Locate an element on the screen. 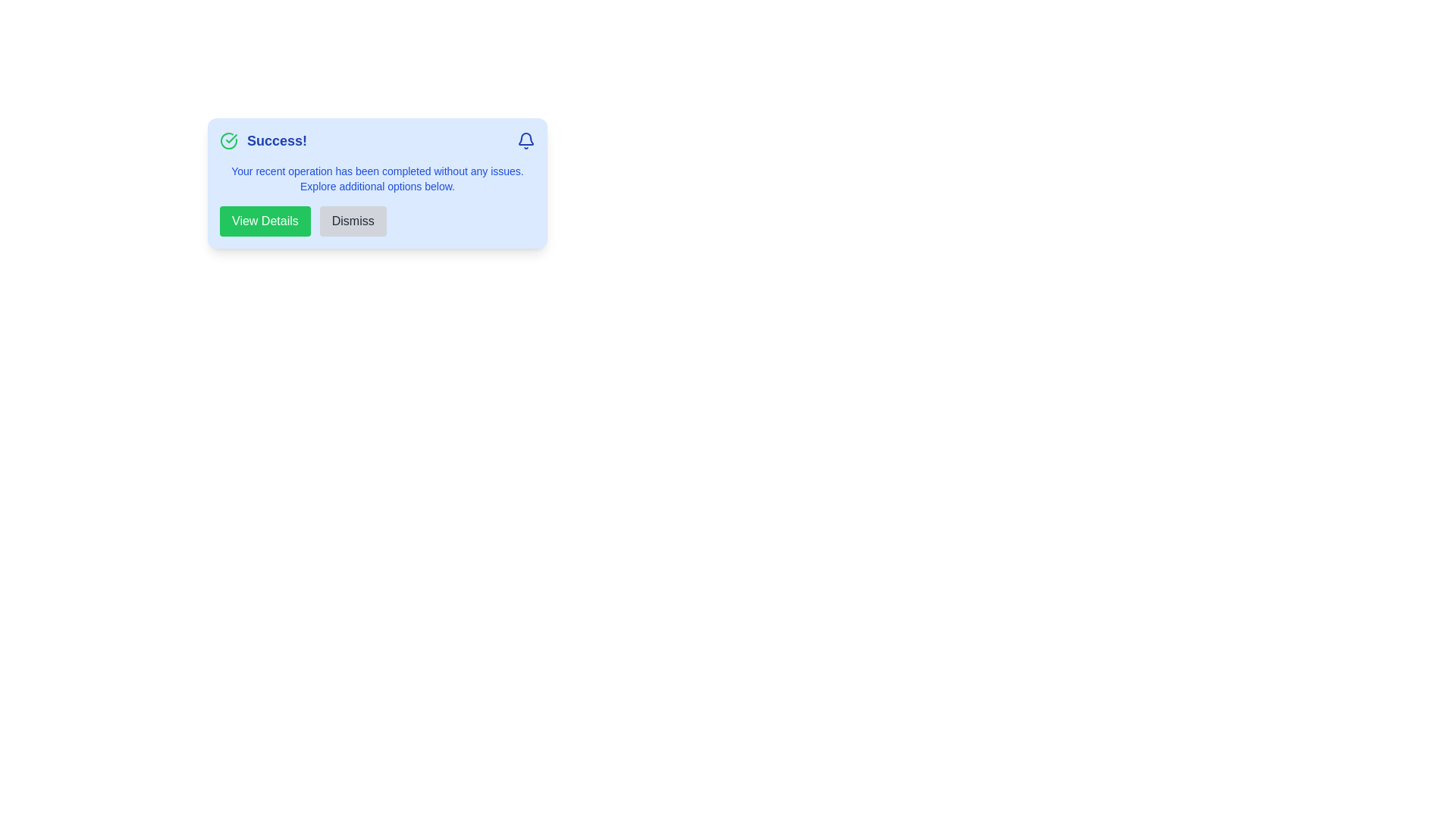 The width and height of the screenshot is (1456, 819). the bell icon to view notifications is located at coordinates (526, 140).